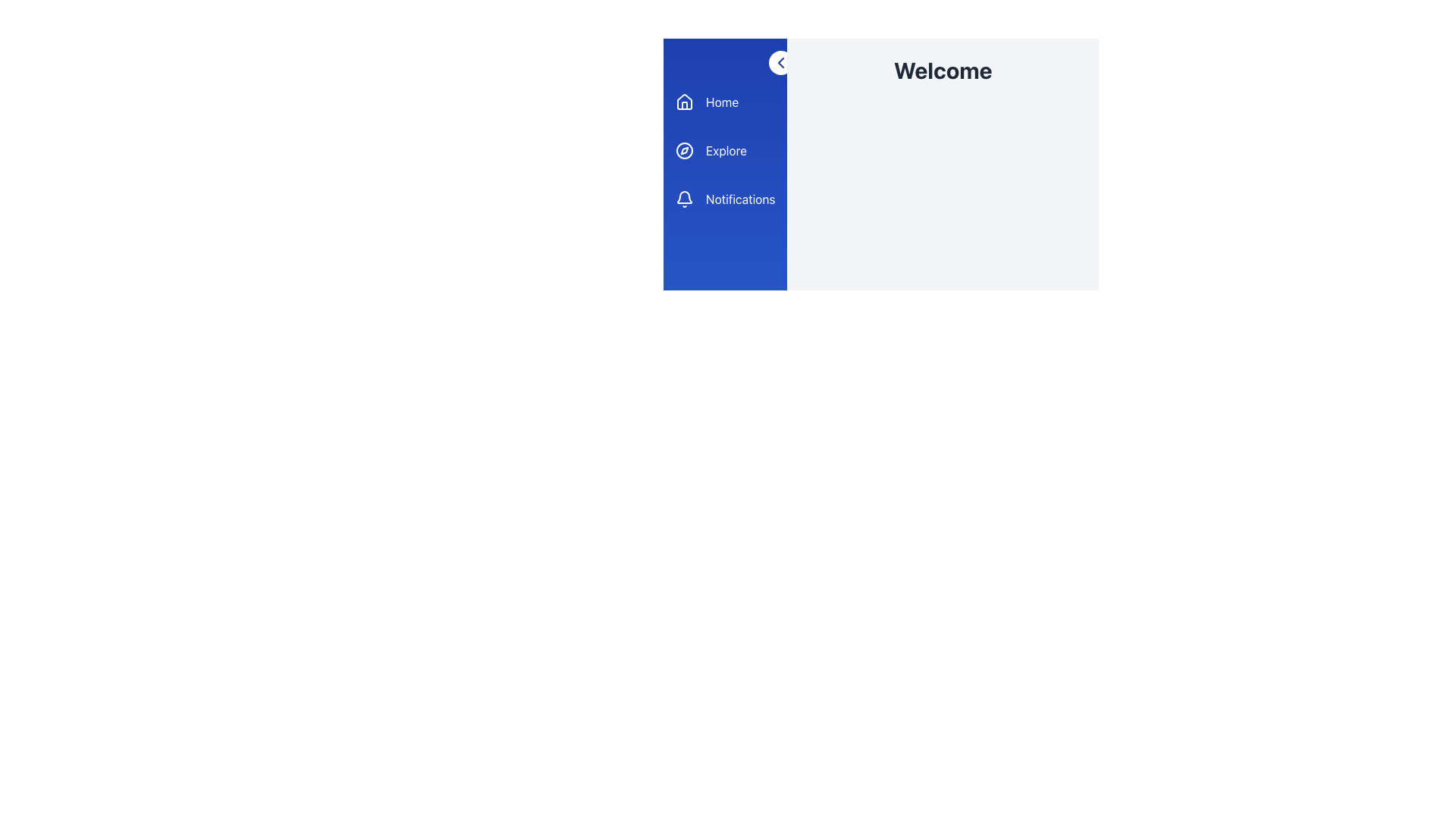  Describe the element at coordinates (683, 102) in the screenshot. I see `the 'Home' navigation icon located in the navigation menu at the top section, to the left of the 'Home' text label` at that location.